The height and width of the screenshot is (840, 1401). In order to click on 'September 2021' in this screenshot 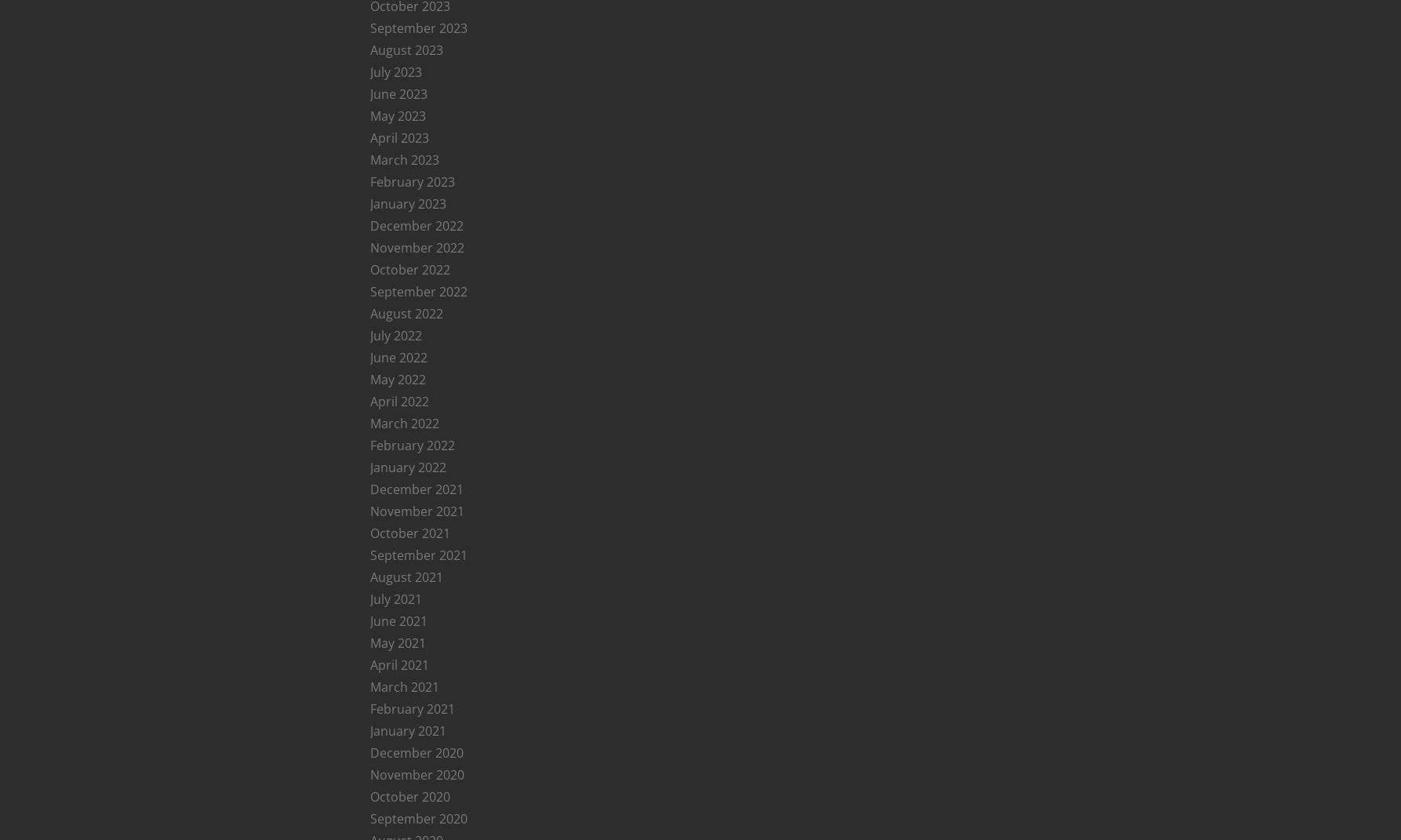, I will do `click(417, 555)`.